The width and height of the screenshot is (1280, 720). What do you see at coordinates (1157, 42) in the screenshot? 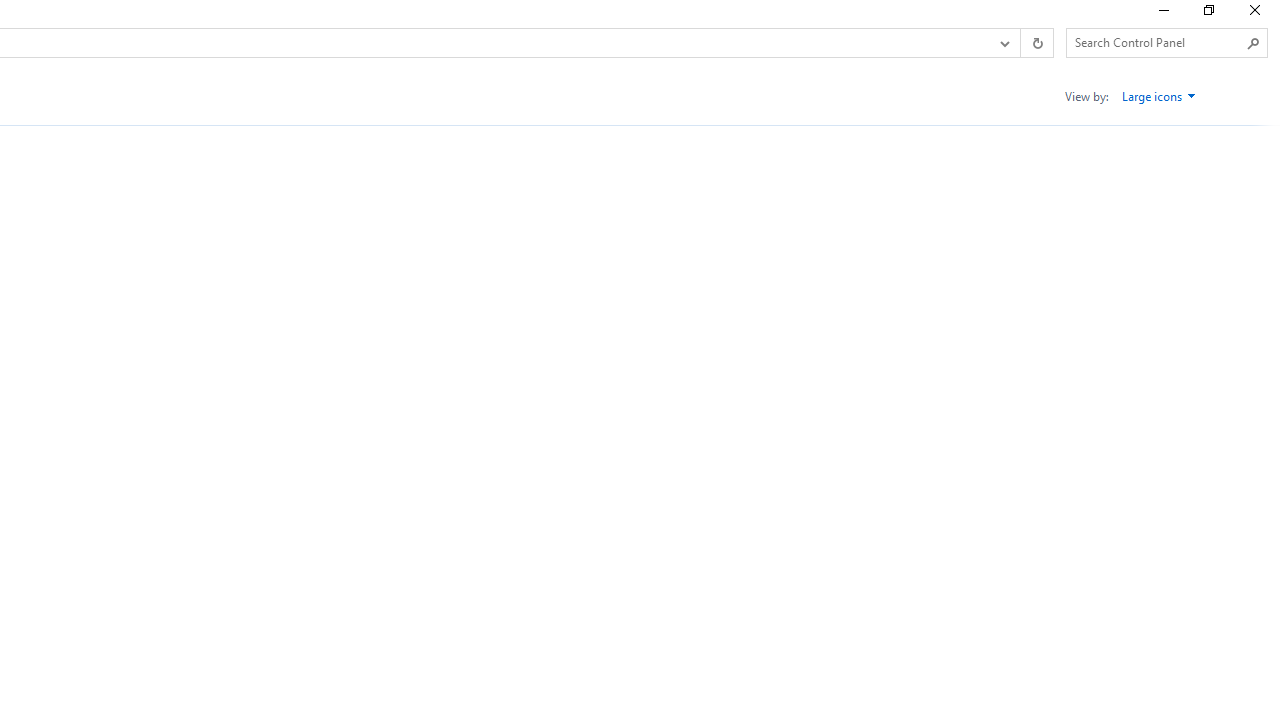
I see `'Search Box'` at bounding box center [1157, 42].